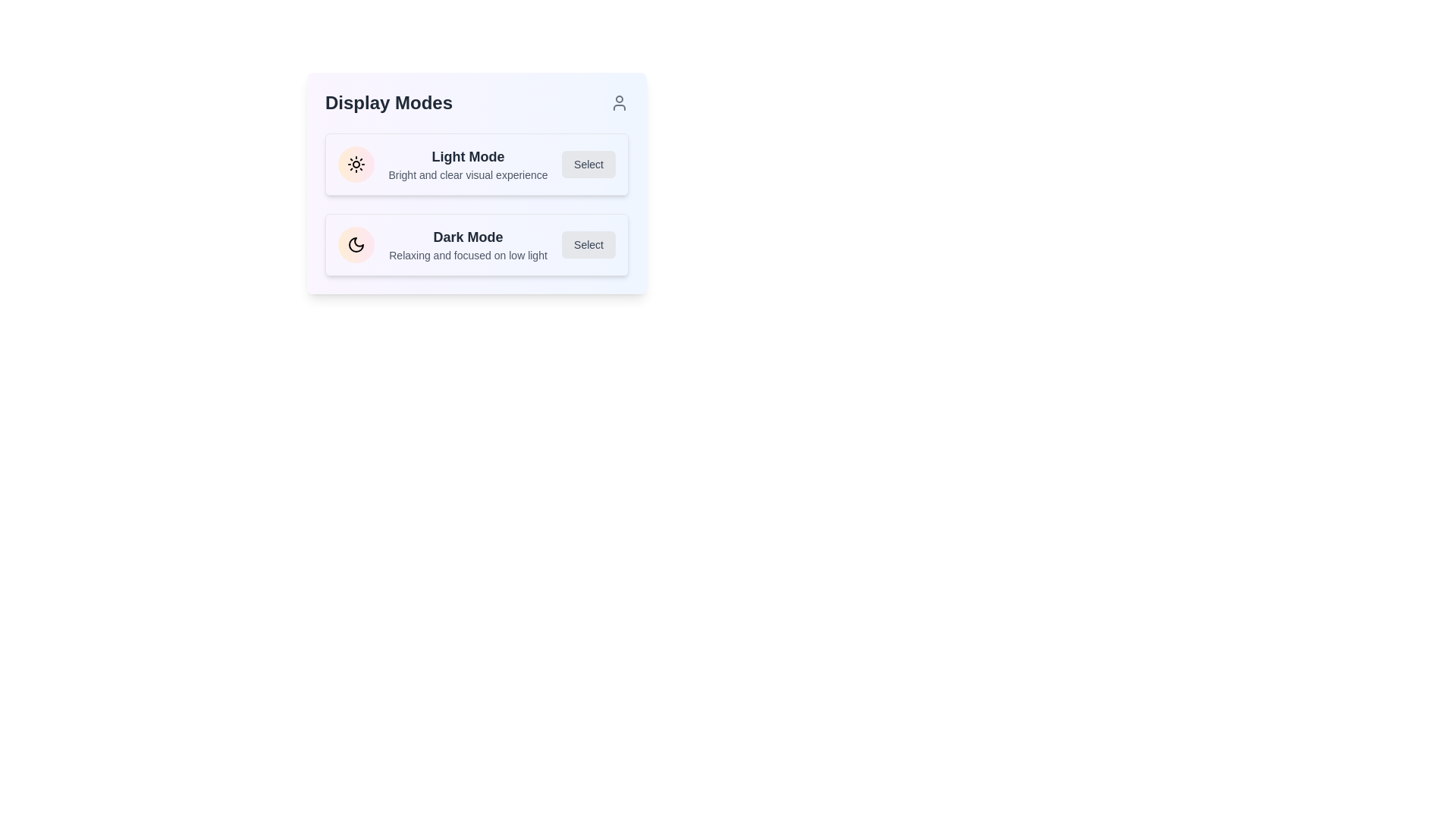 The height and width of the screenshot is (819, 1456). Describe the element at coordinates (467, 157) in the screenshot. I see `the 'Light Mode' label which displays bold text in a dark color scheme, located in the top half of the card-style component for visual modes` at that location.